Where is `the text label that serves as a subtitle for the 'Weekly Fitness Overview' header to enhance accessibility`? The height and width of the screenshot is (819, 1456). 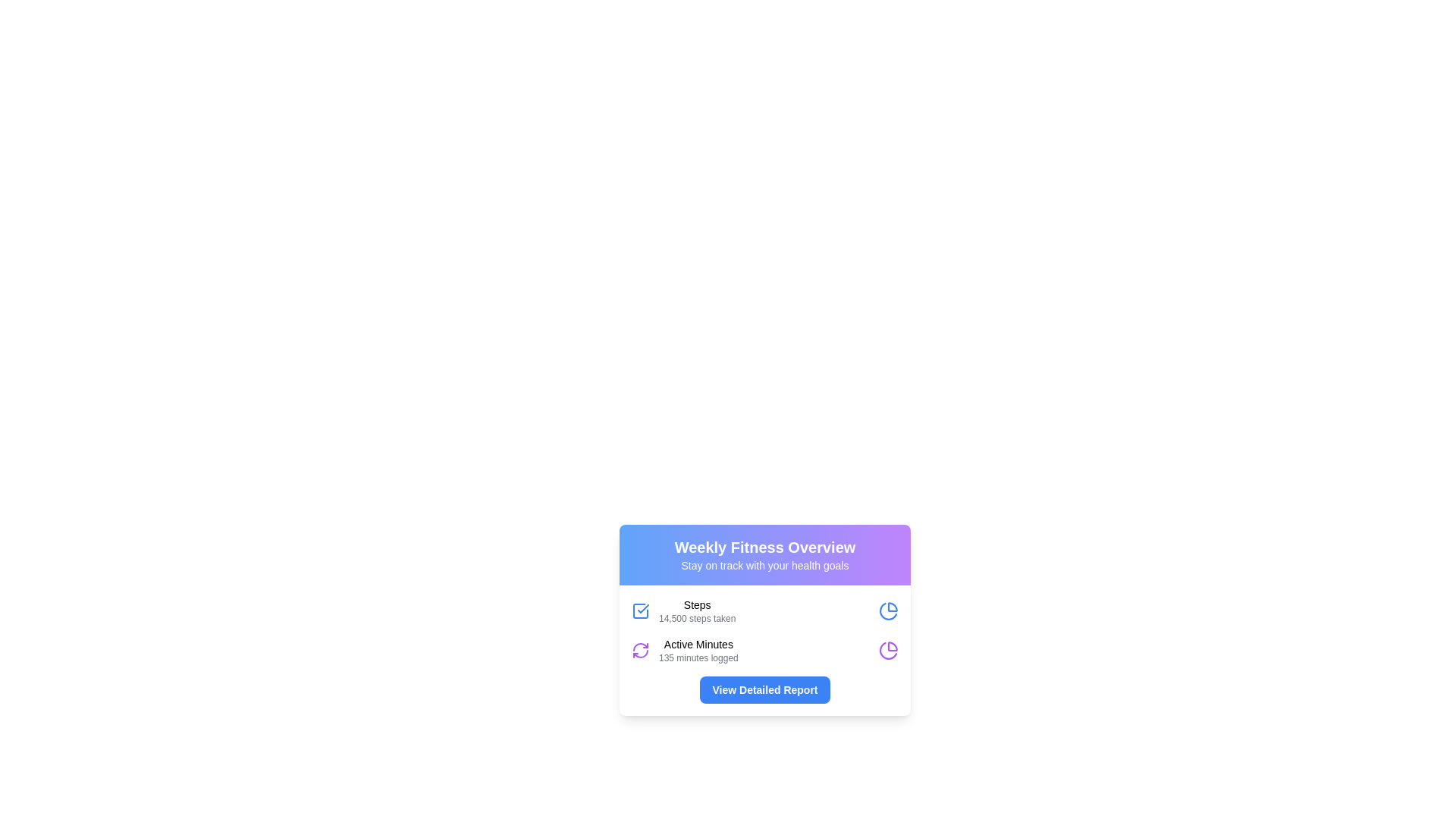 the text label that serves as a subtitle for the 'Weekly Fitness Overview' header to enhance accessibility is located at coordinates (764, 565).